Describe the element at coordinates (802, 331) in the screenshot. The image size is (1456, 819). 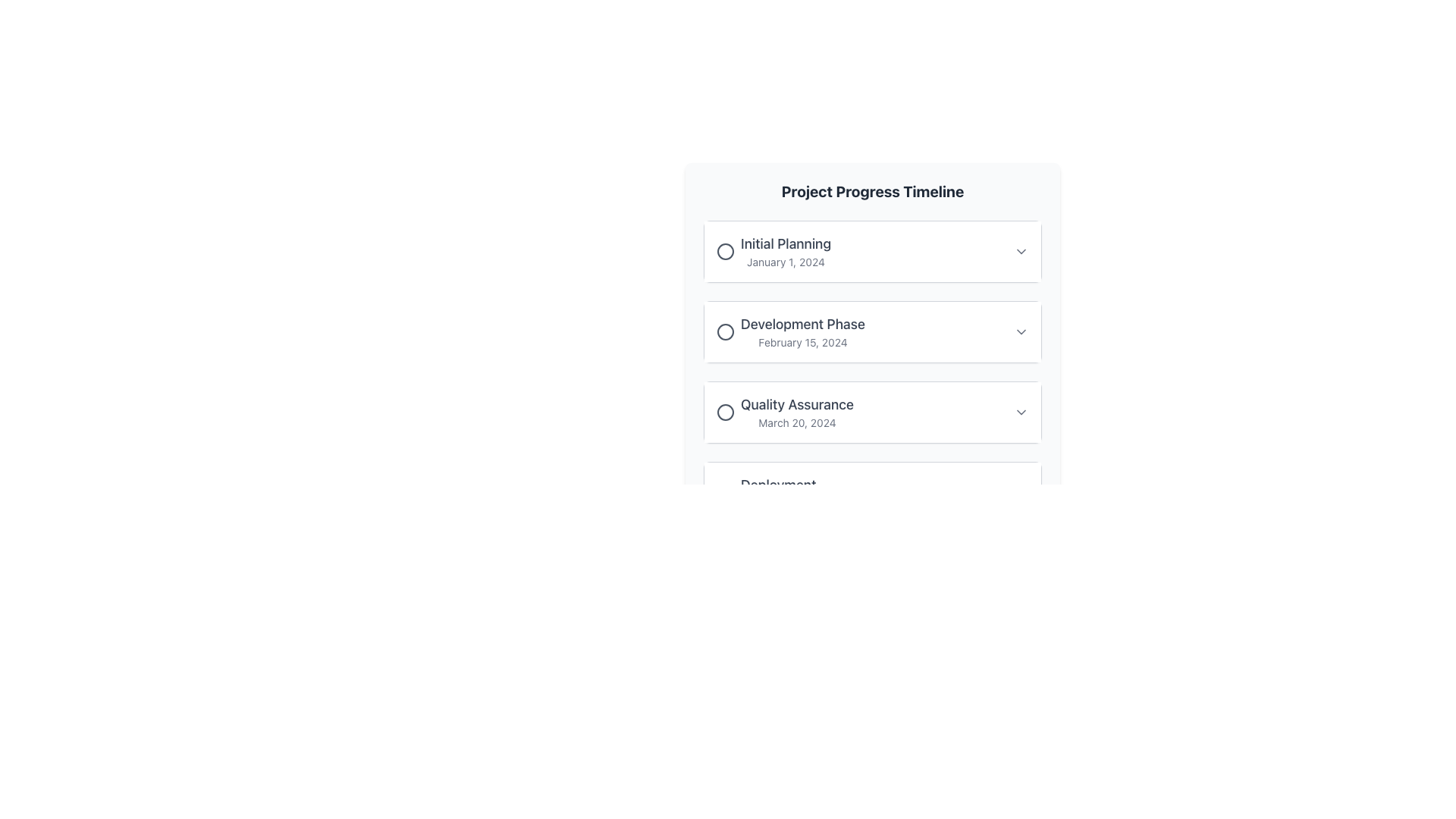
I see `the text-based informational element displaying 'Development Phase' and the date 'February 15, 2024', which is the second item in the project timeline` at that location.